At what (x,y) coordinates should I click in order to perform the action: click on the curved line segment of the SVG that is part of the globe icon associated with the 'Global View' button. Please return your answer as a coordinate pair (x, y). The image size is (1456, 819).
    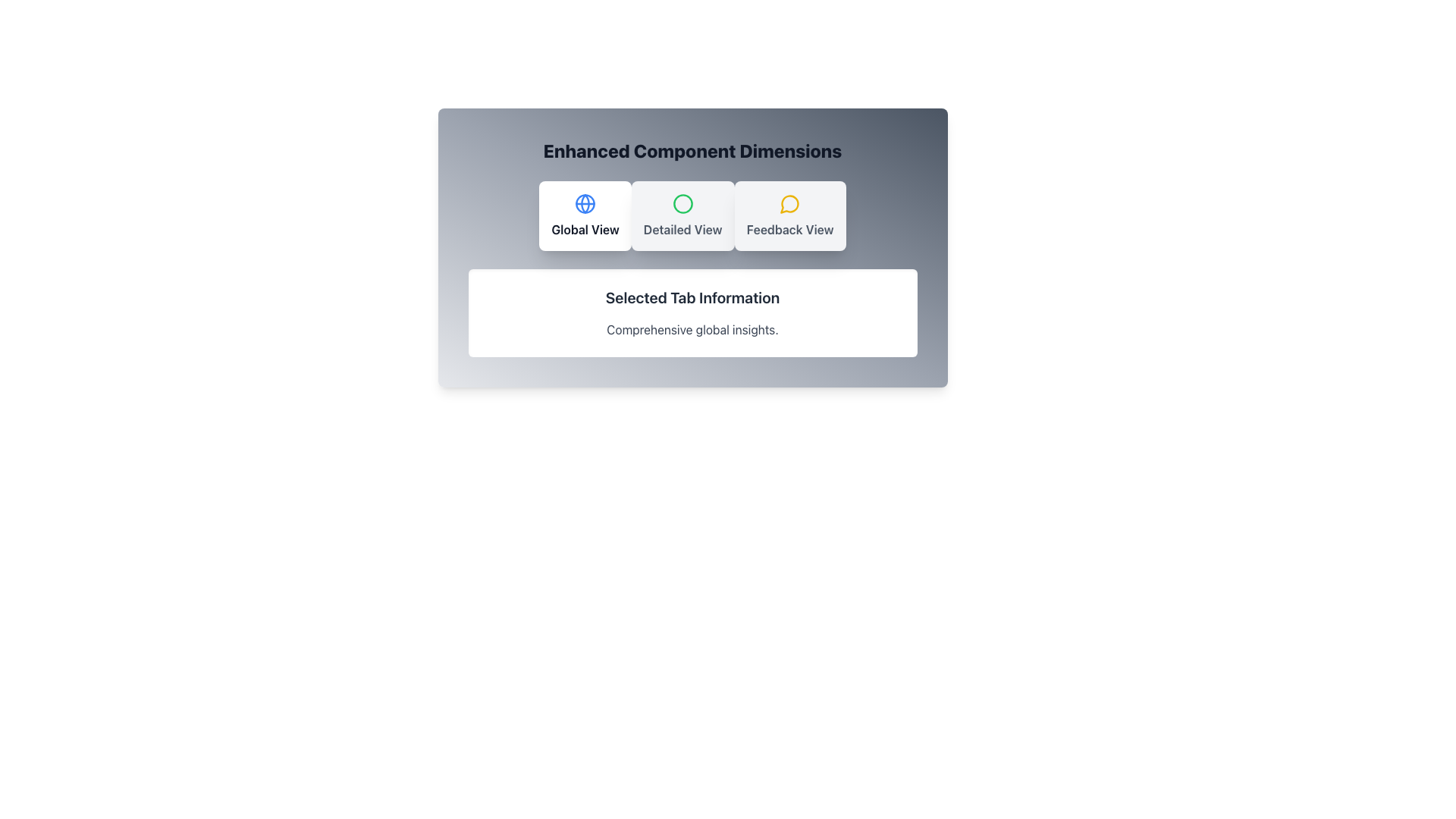
    Looking at the image, I should click on (585, 203).